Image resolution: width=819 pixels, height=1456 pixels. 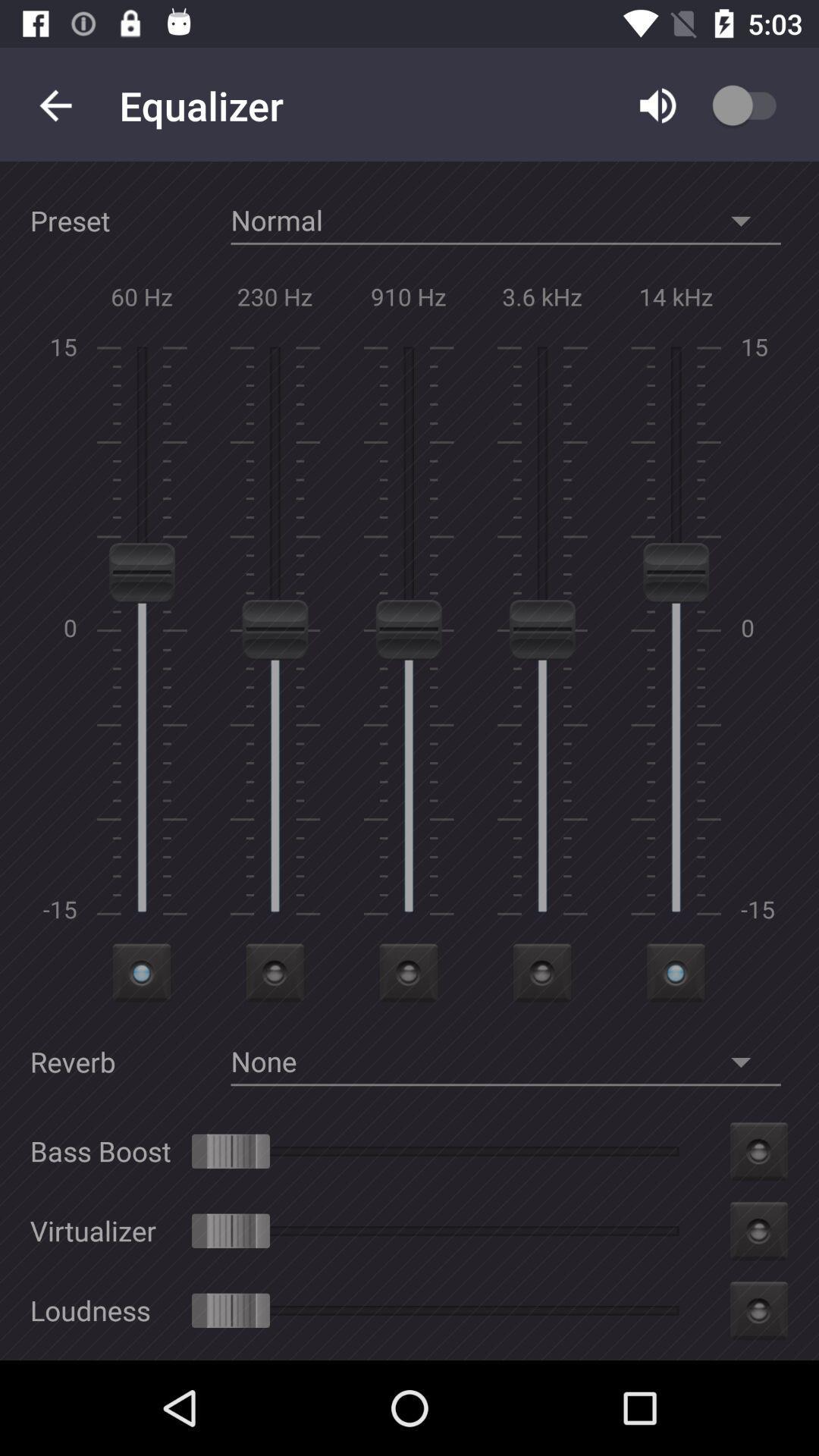 What do you see at coordinates (759, 1151) in the screenshot?
I see `the button next to bass boost` at bounding box center [759, 1151].